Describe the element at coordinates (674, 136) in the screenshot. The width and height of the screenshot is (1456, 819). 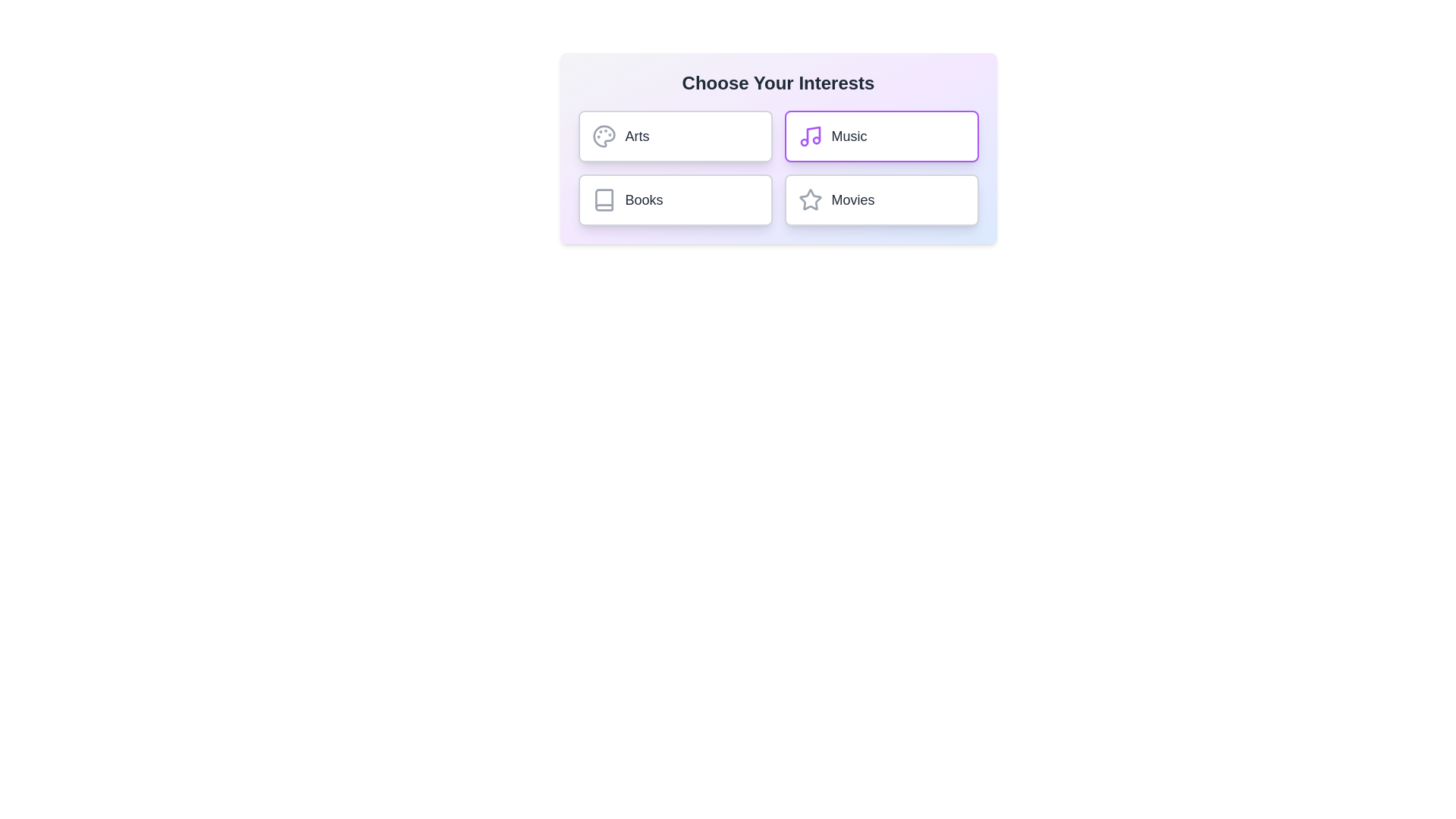
I see `the chip labeled Arts to observe its hover effect` at that location.